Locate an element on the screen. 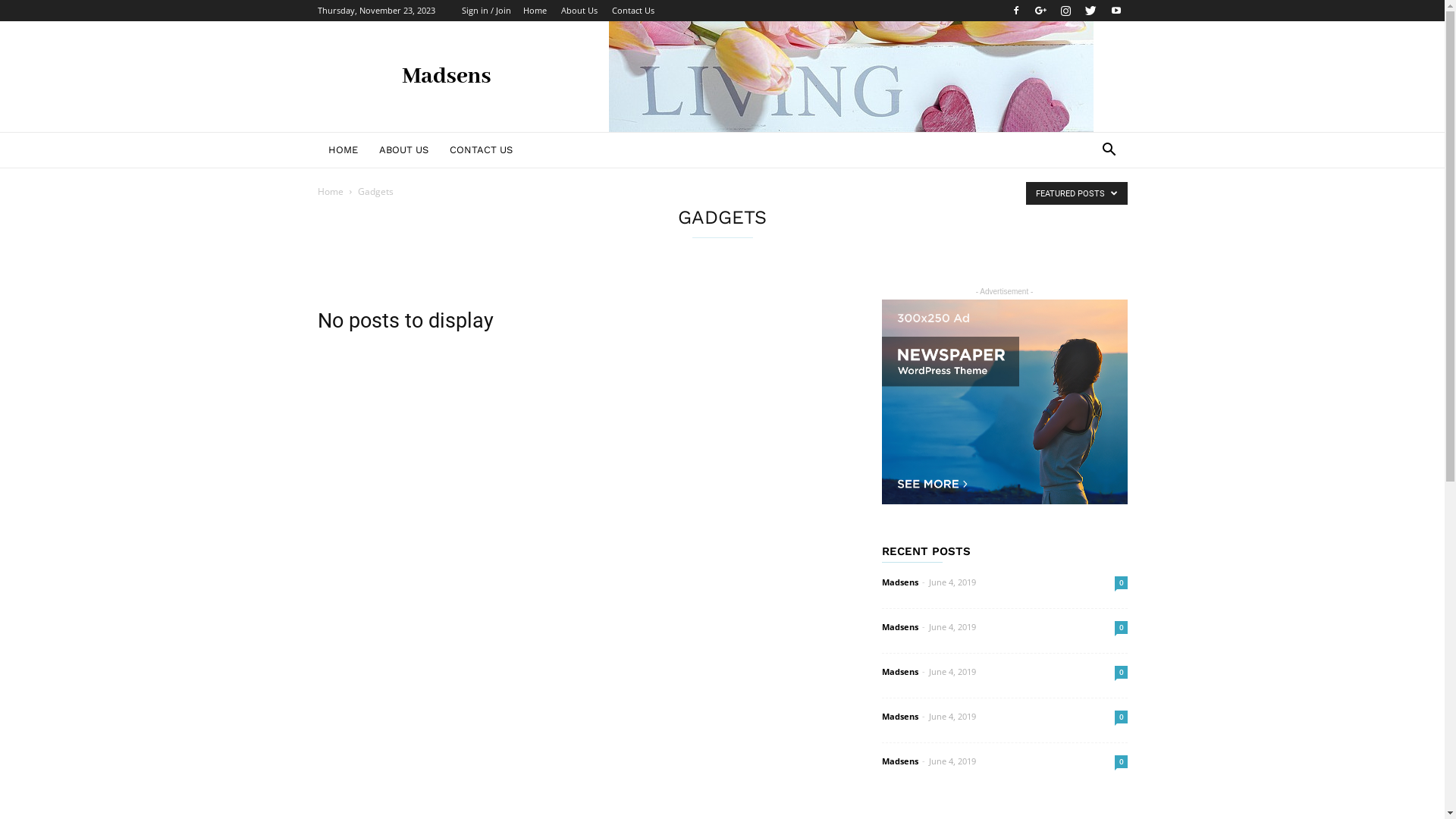 The width and height of the screenshot is (1456, 819). 'Contact Us' is located at coordinates (632, 10).